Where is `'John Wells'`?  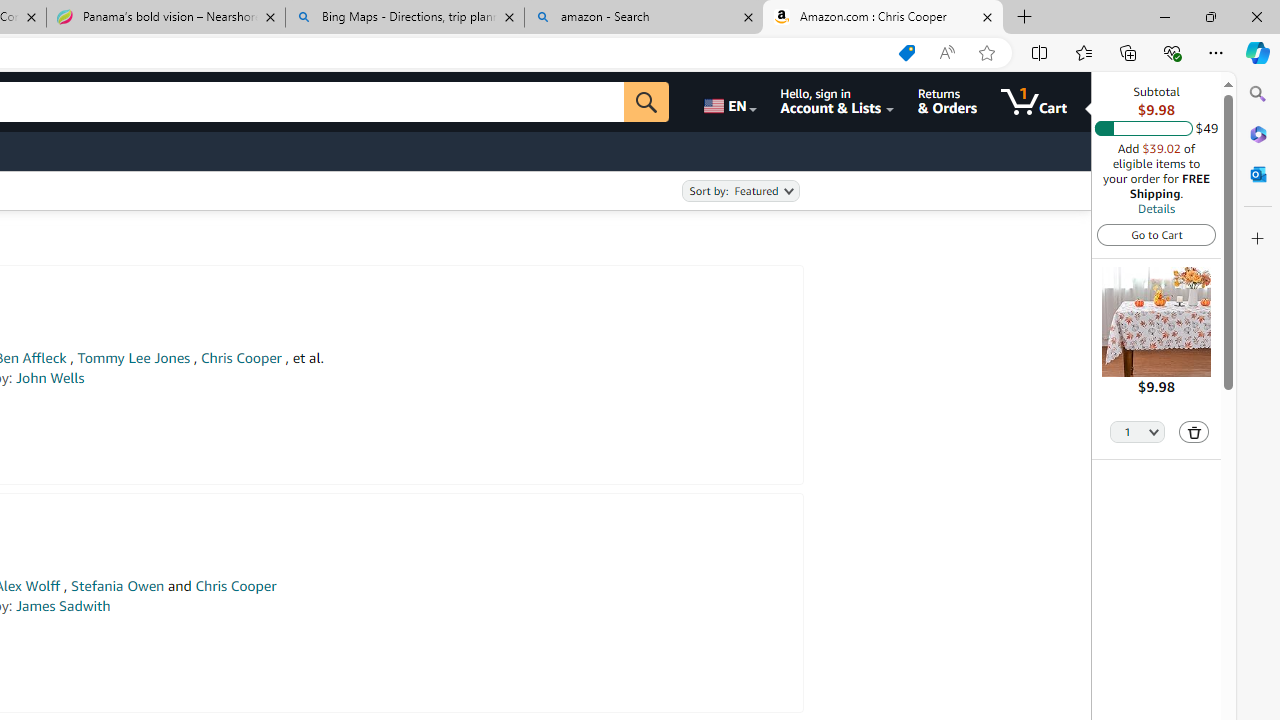 'John Wells' is located at coordinates (49, 378).